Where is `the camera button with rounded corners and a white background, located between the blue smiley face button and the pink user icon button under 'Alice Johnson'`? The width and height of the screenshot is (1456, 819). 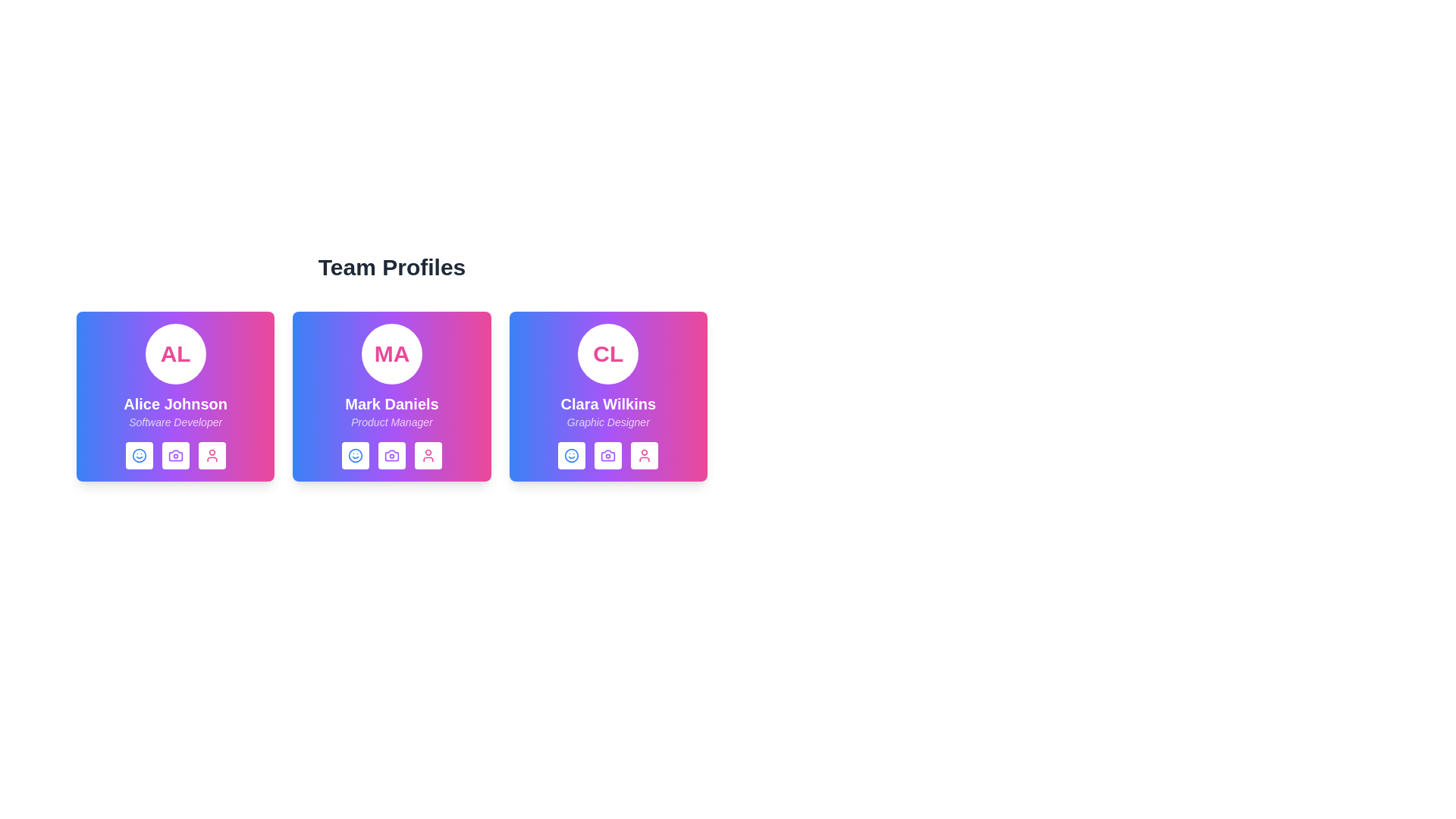
the camera button with rounded corners and a white background, located between the blue smiley face button and the pink user icon button under 'Alice Johnson' is located at coordinates (175, 455).